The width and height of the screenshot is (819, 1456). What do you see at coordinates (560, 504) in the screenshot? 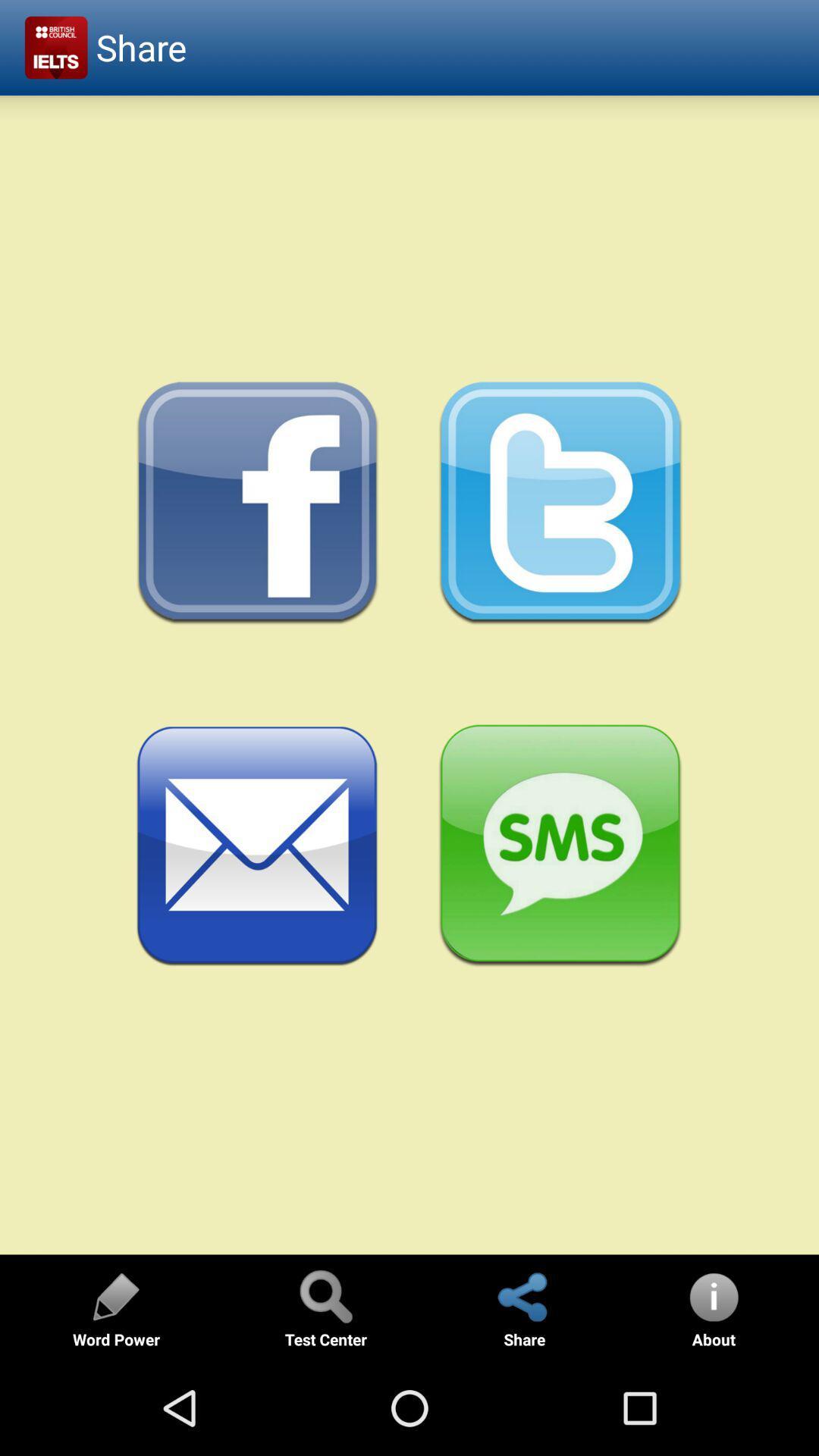
I see `share tweet` at bounding box center [560, 504].